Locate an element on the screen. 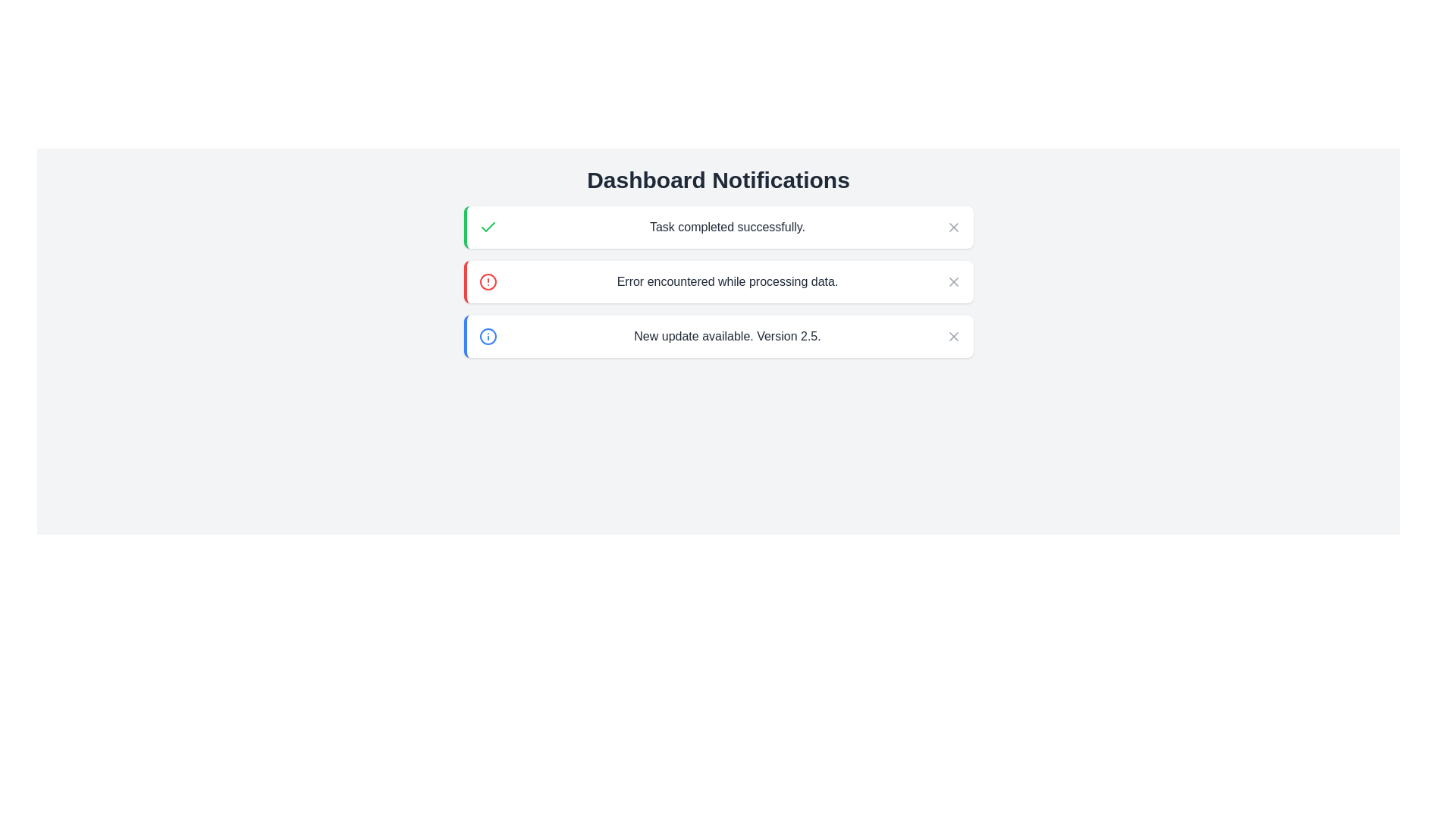  the Close button (X icon) located in the first notification card under 'Dashboard Notifications' to trigger potential visual feedback is located at coordinates (952, 227).